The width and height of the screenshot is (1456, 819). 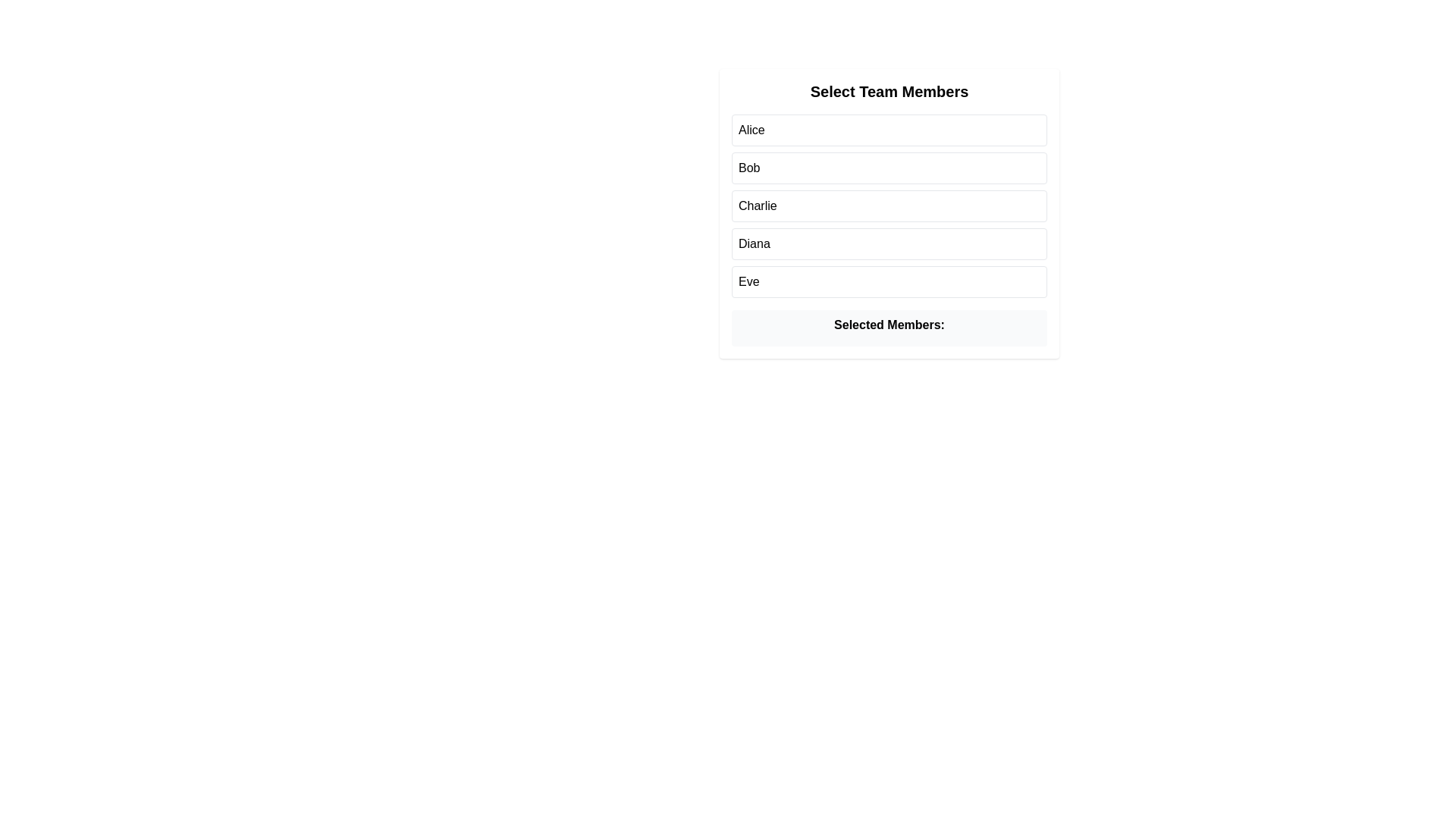 I want to click on the List Item element that displays 'Bob', which is the second item in a vertical list of team members, so click(x=889, y=168).